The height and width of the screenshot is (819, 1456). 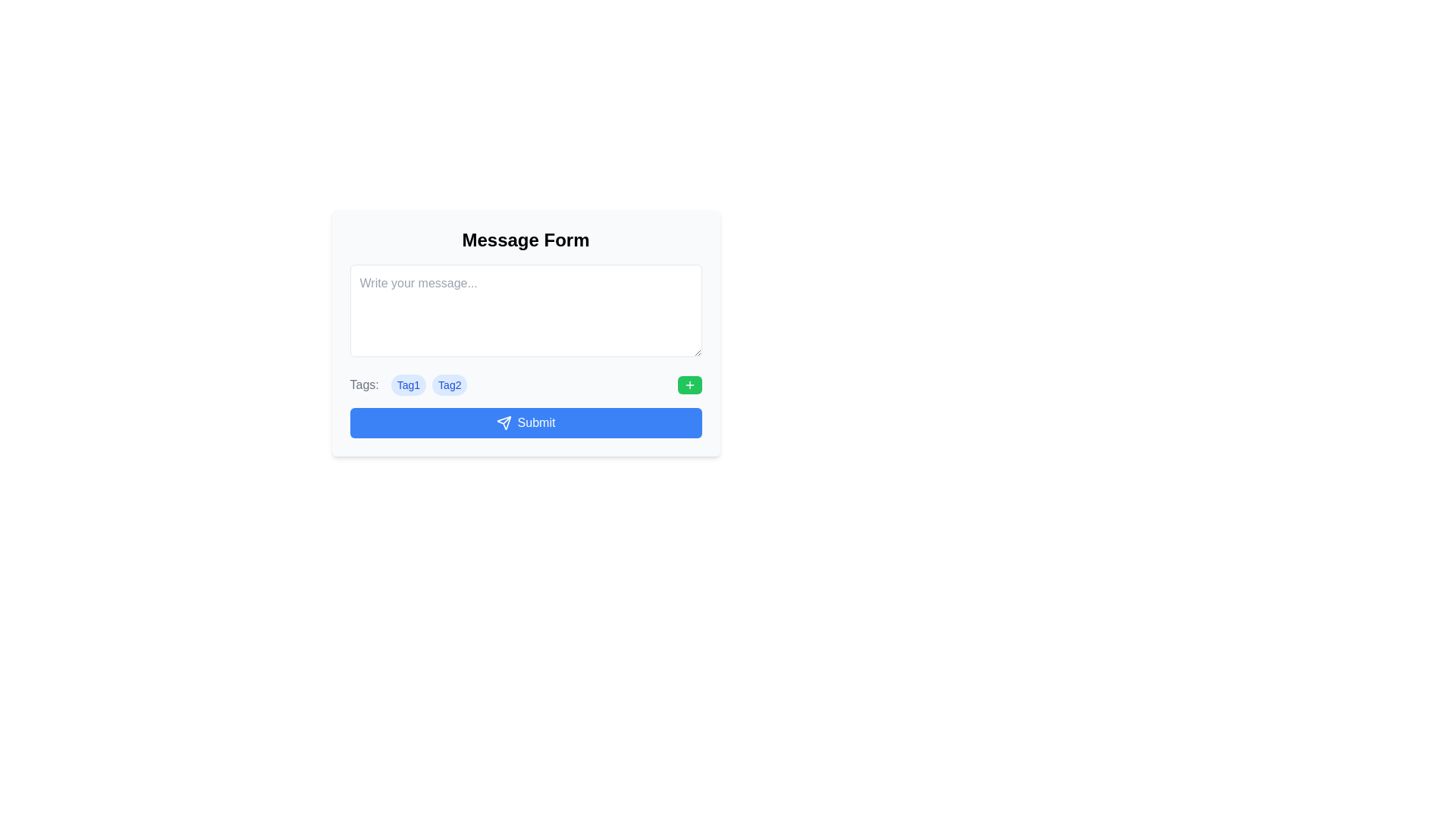 I want to click on the 'Submit' button with a blue background and white text to change its background color, so click(x=526, y=423).